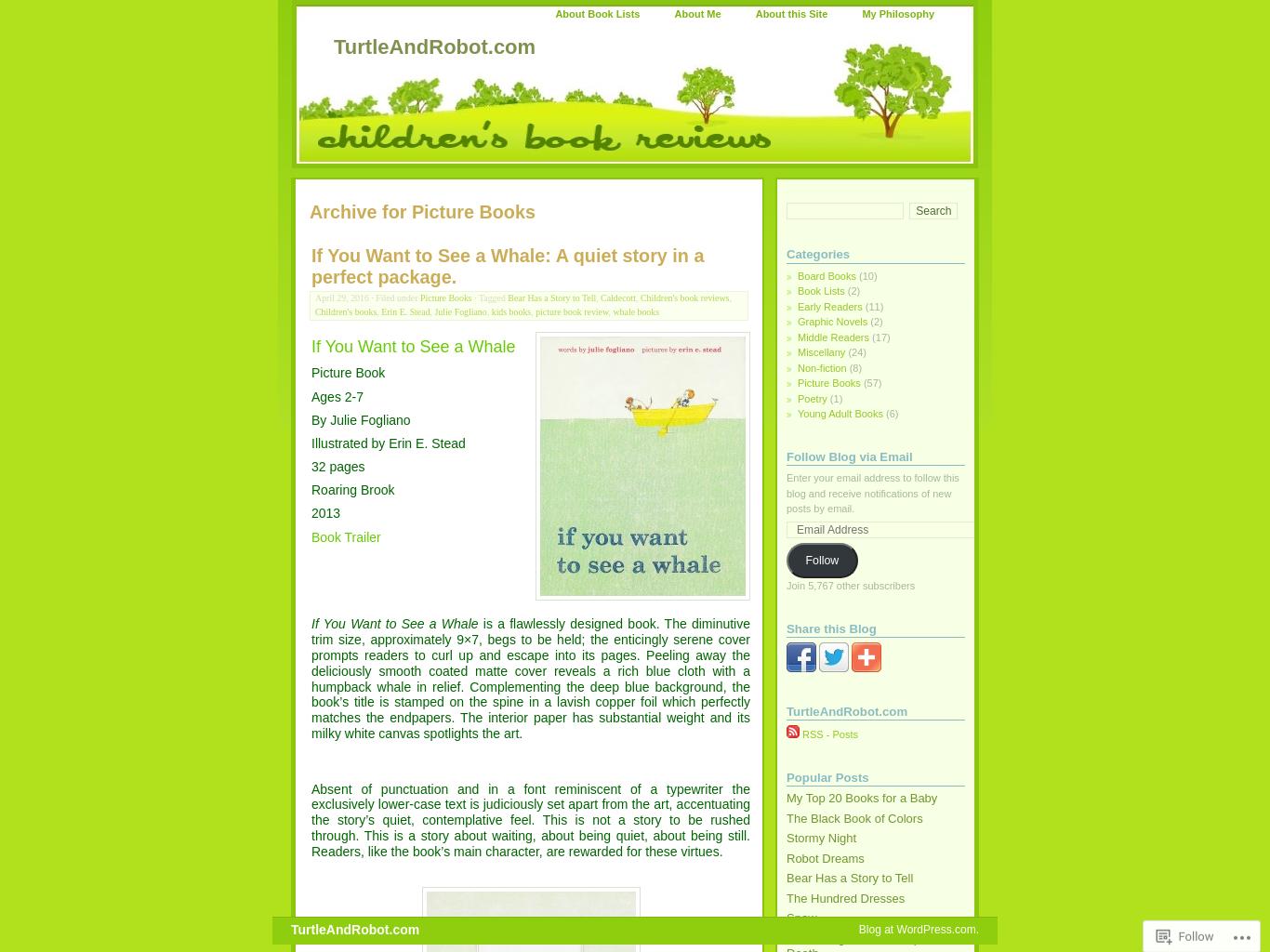  I want to click on 'My Philosophy', so click(898, 13).